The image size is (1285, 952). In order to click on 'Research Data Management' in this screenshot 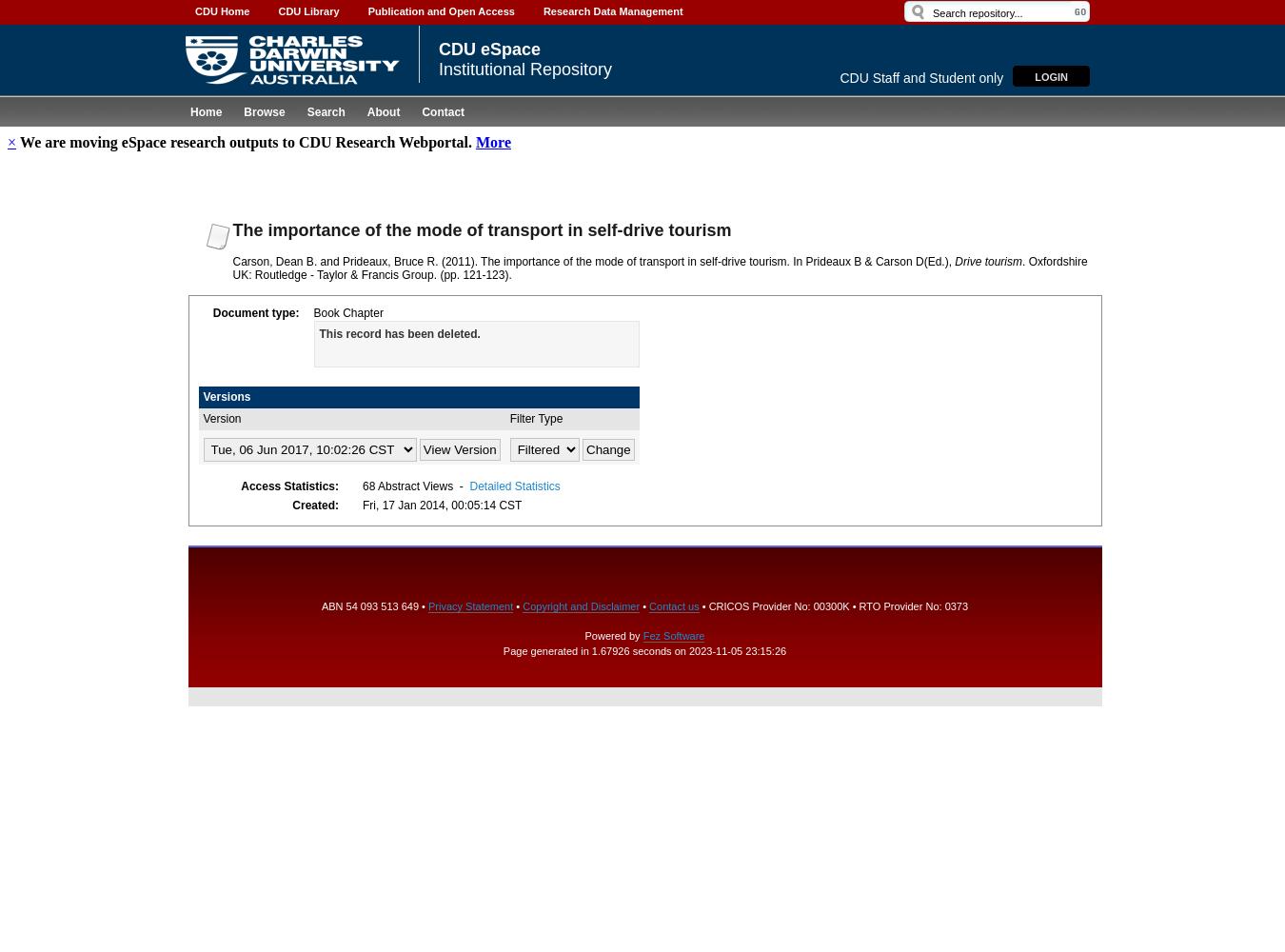, I will do `click(612, 10)`.